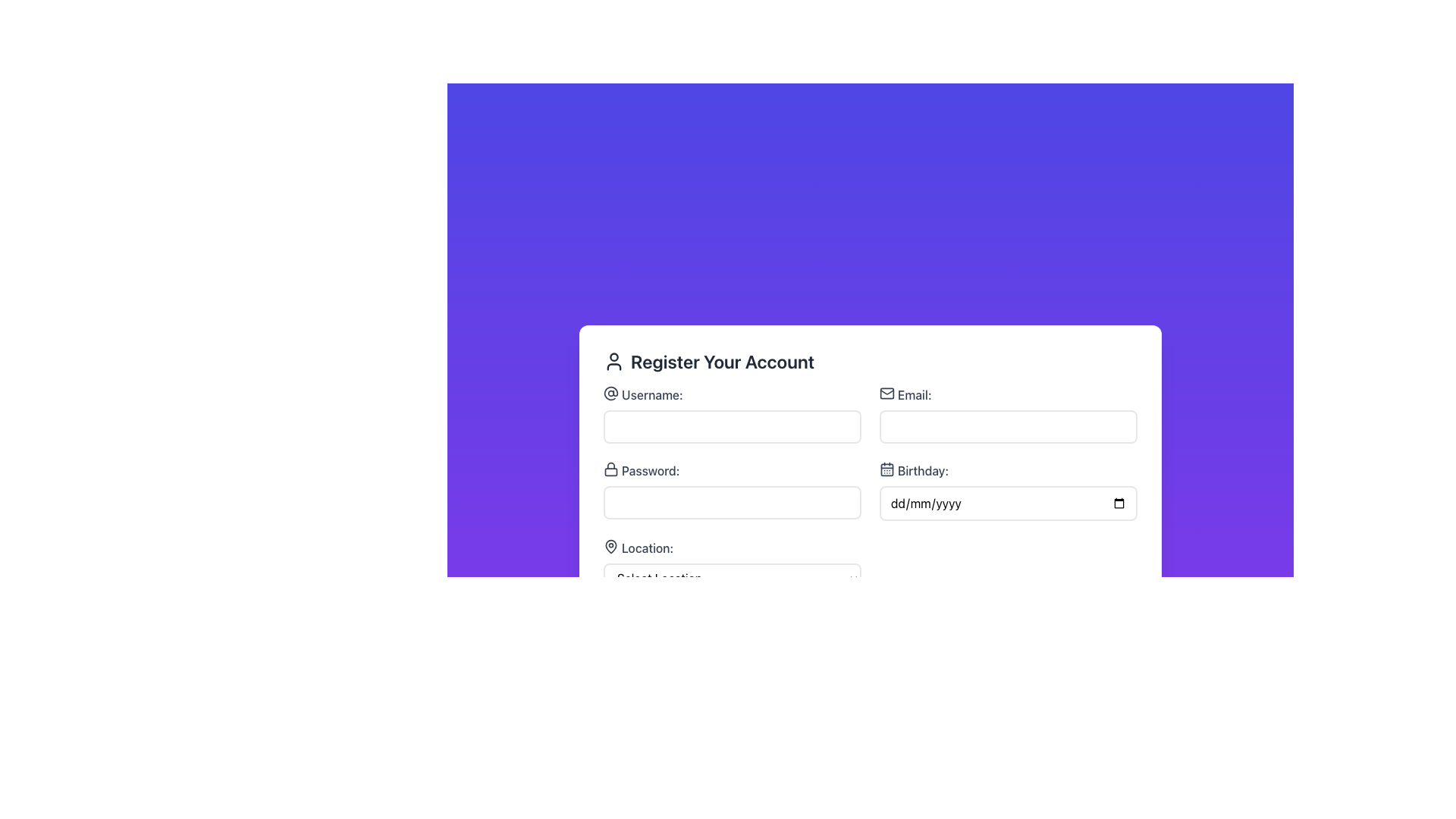 The height and width of the screenshot is (819, 1456). I want to click on the date selection icon located to the left of the 'Birthday:' text input field, so click(887, 468).